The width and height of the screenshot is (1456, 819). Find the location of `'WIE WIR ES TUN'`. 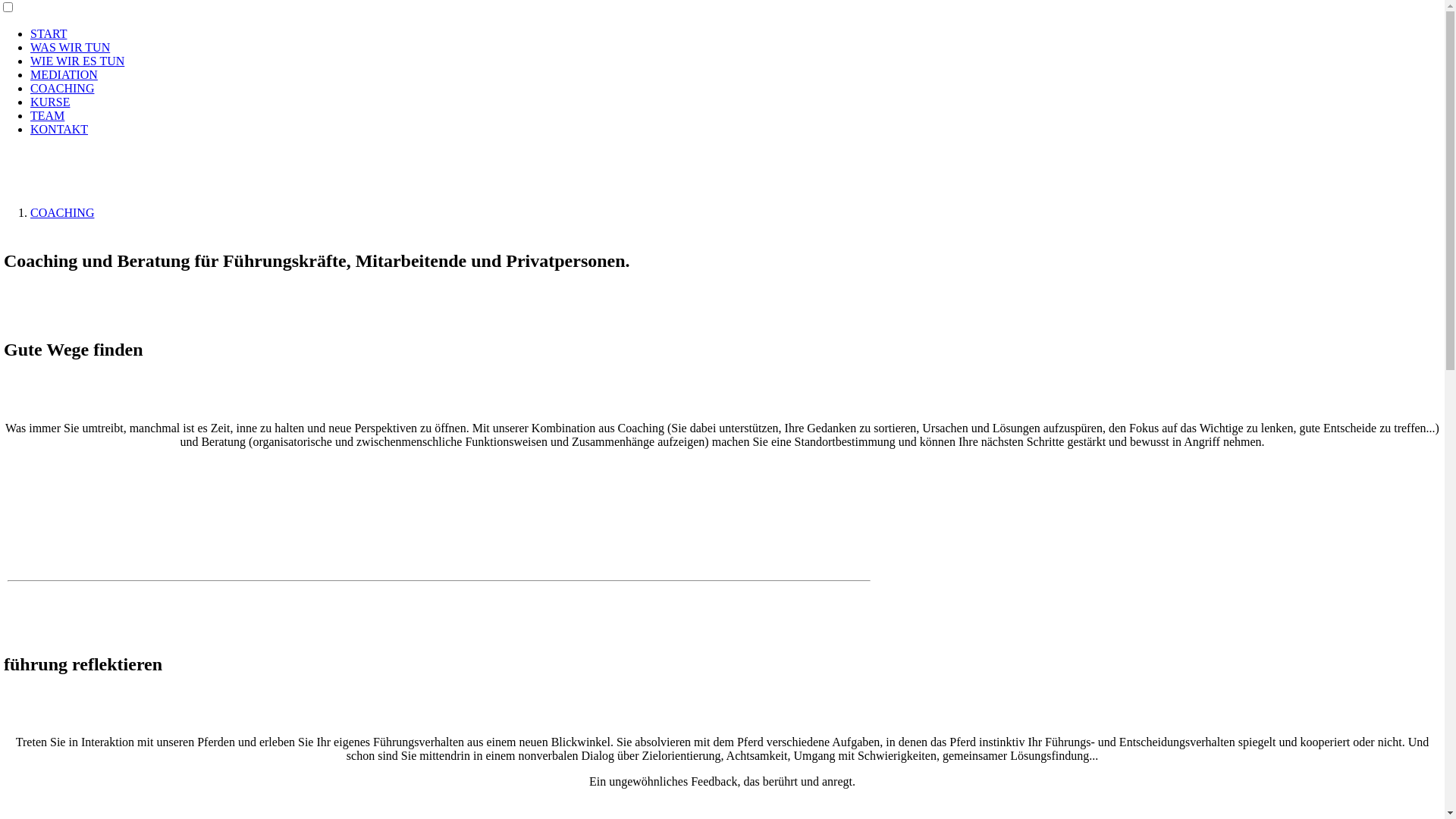

'WIE WIR ES TUN' is located at coordinates (76, 60).